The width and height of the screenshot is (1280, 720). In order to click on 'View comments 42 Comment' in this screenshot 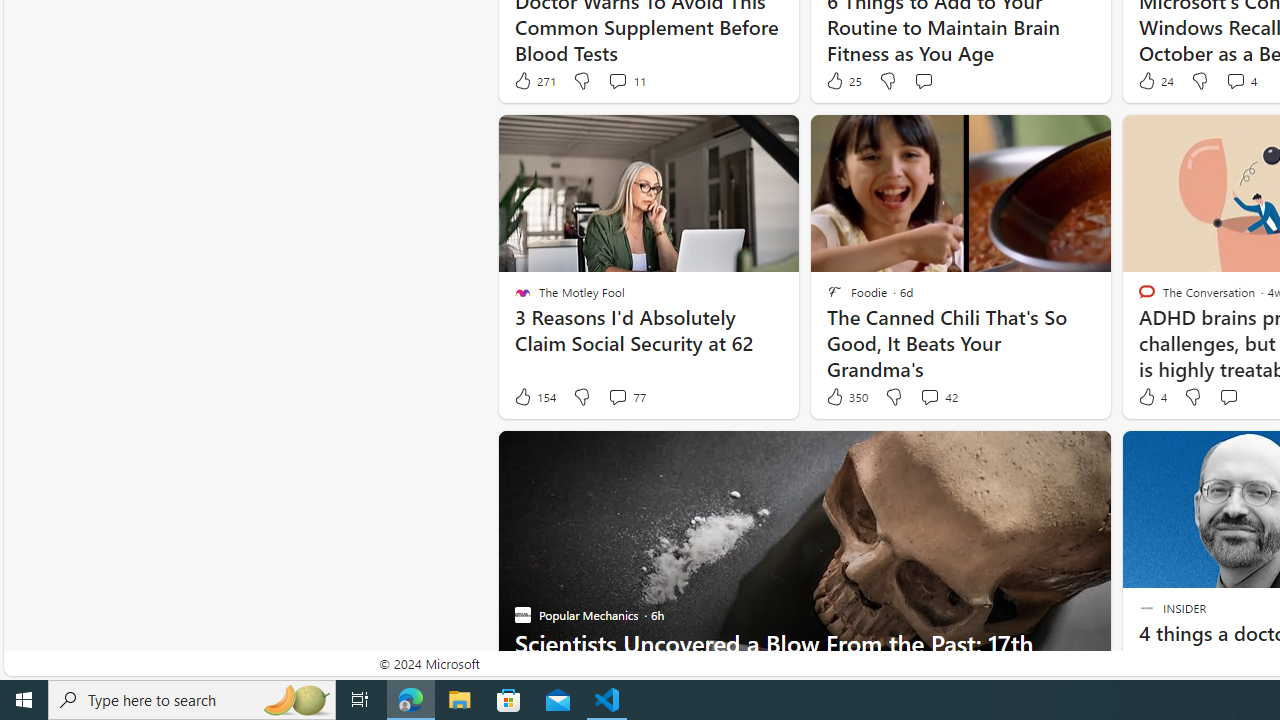, I will do `click(937, 397)`.